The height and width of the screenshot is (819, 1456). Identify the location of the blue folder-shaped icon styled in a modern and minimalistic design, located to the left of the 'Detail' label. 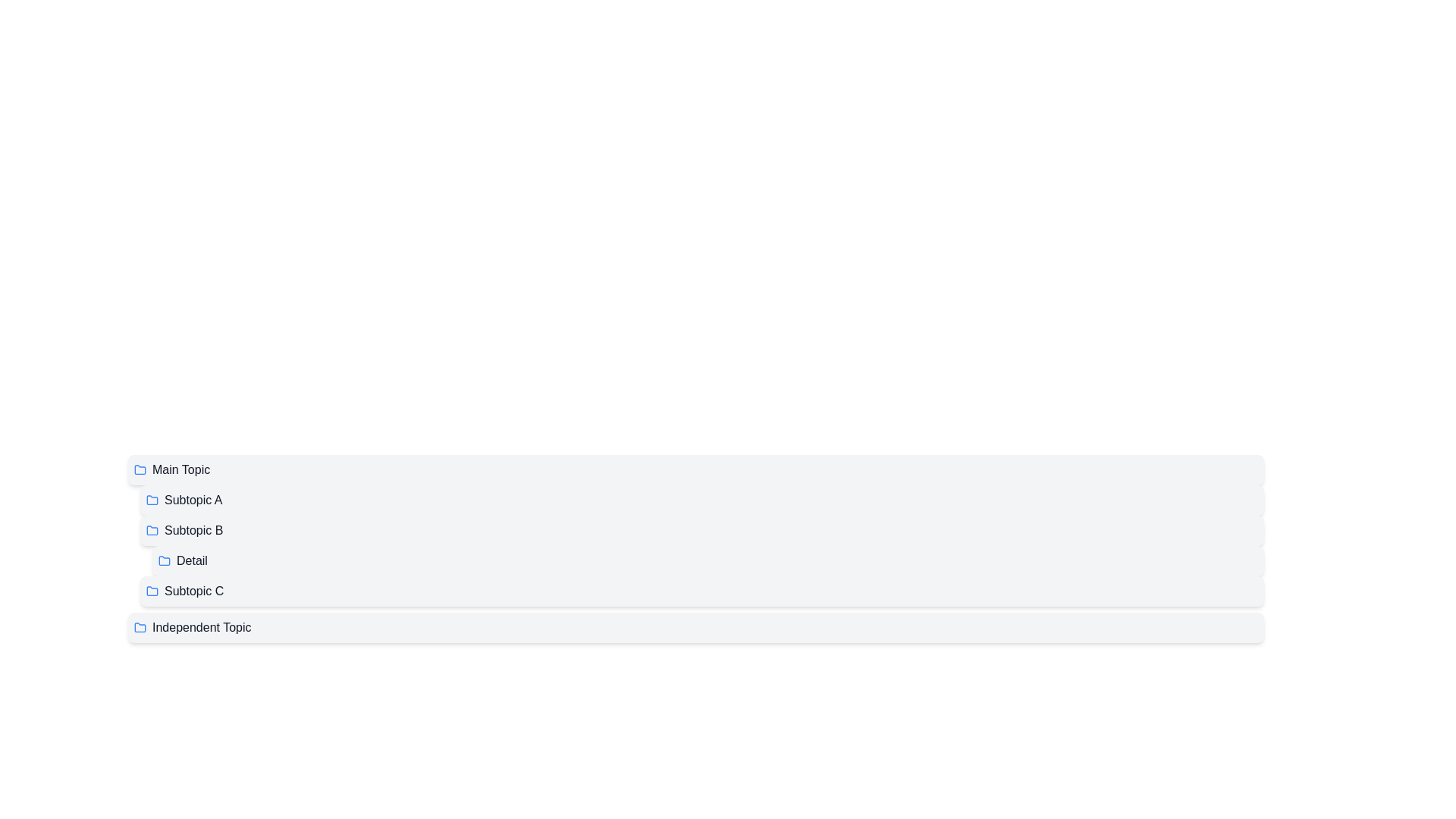
(164, 561).